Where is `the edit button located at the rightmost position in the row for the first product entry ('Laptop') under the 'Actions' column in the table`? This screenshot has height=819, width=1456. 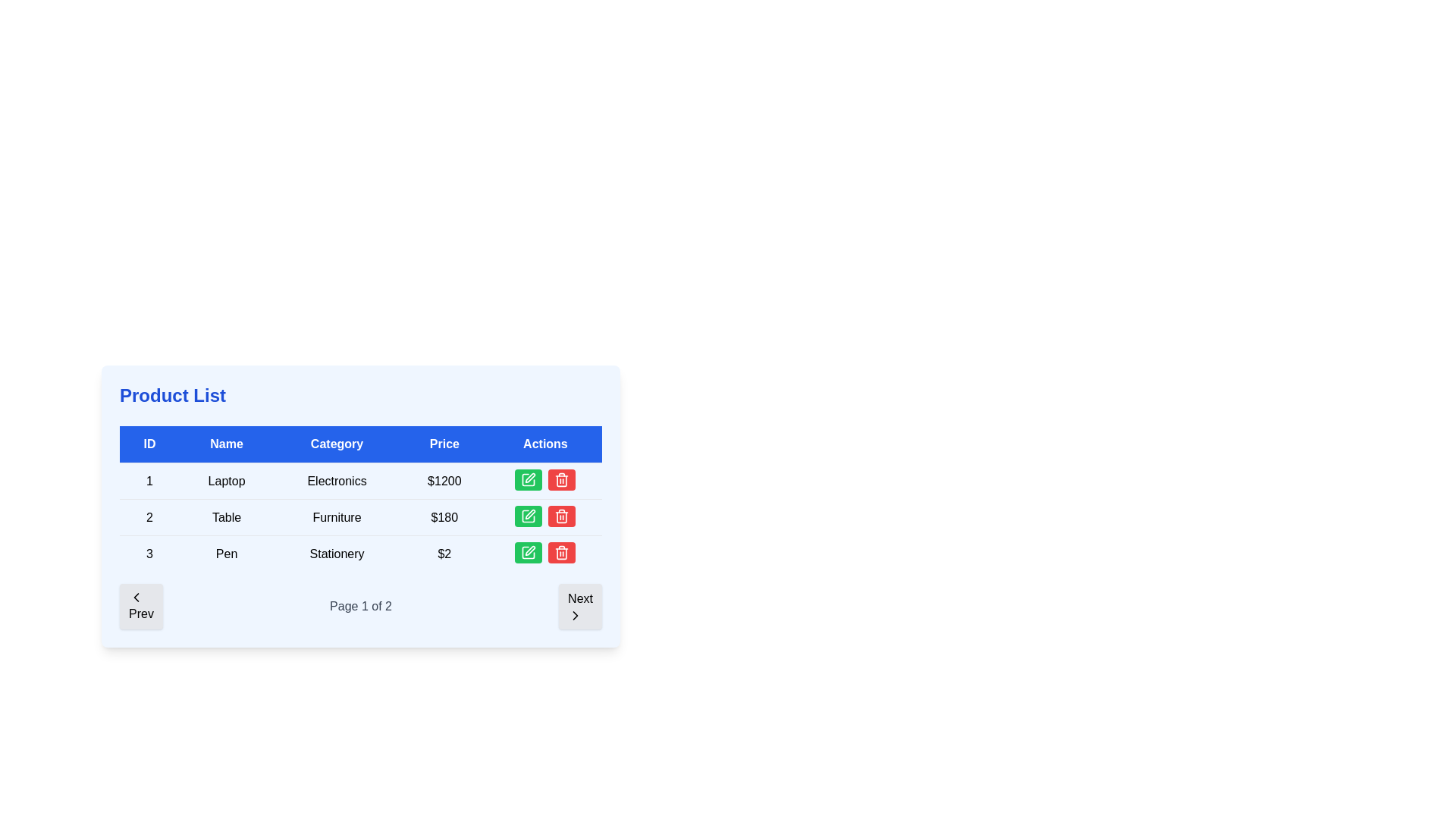
the edit button located at the rightmost position in the row for the first product entry ('Laptop') under the 'Actions' column in the table is located at coordinates (529, 479).